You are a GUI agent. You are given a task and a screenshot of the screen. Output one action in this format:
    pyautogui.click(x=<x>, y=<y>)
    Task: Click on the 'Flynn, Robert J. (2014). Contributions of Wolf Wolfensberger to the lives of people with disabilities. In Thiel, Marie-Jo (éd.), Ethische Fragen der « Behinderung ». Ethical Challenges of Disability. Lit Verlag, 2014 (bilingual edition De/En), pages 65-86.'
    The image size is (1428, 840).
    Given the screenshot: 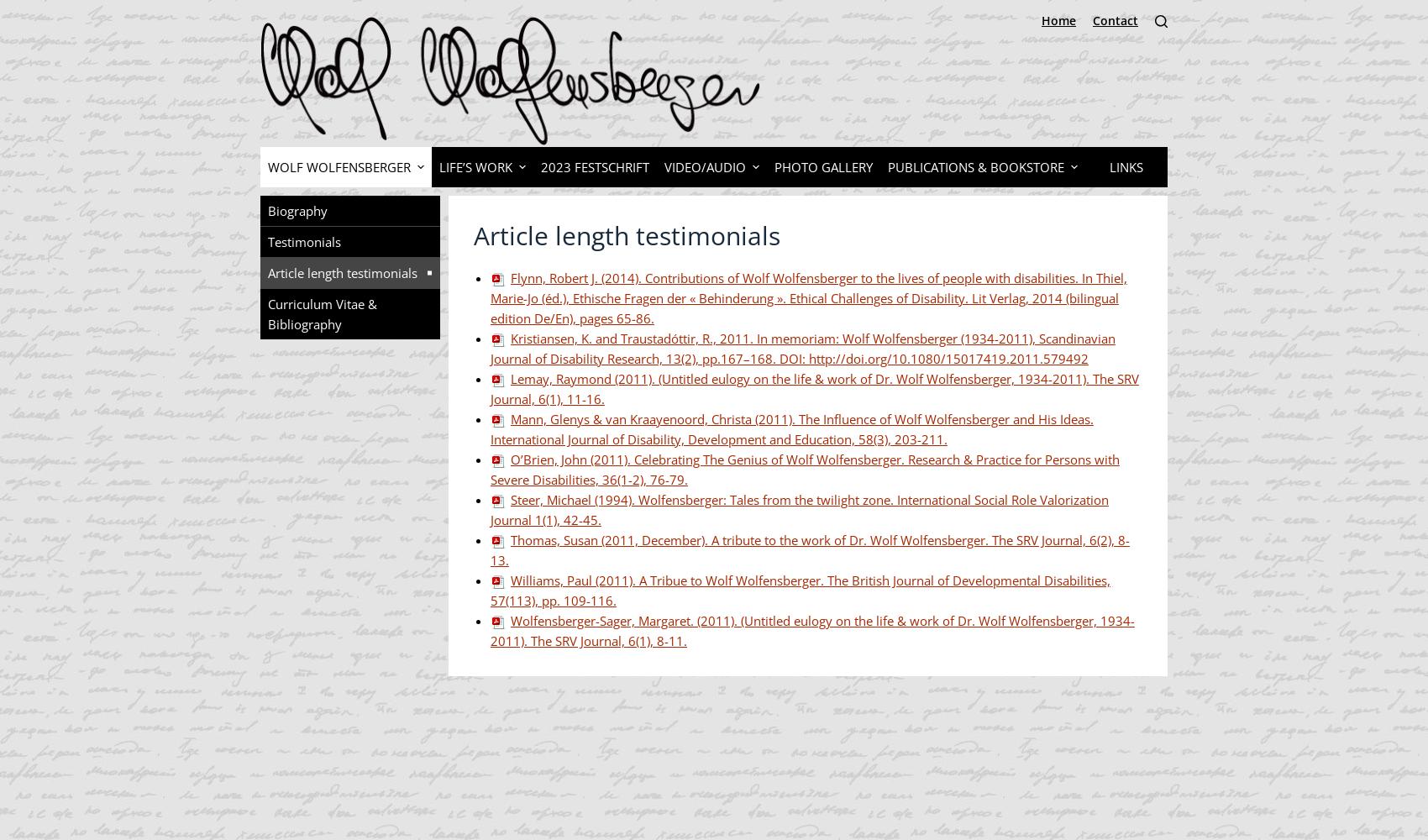 What is the action you would take?
    pyautogui.click(x=807, y=297)
    